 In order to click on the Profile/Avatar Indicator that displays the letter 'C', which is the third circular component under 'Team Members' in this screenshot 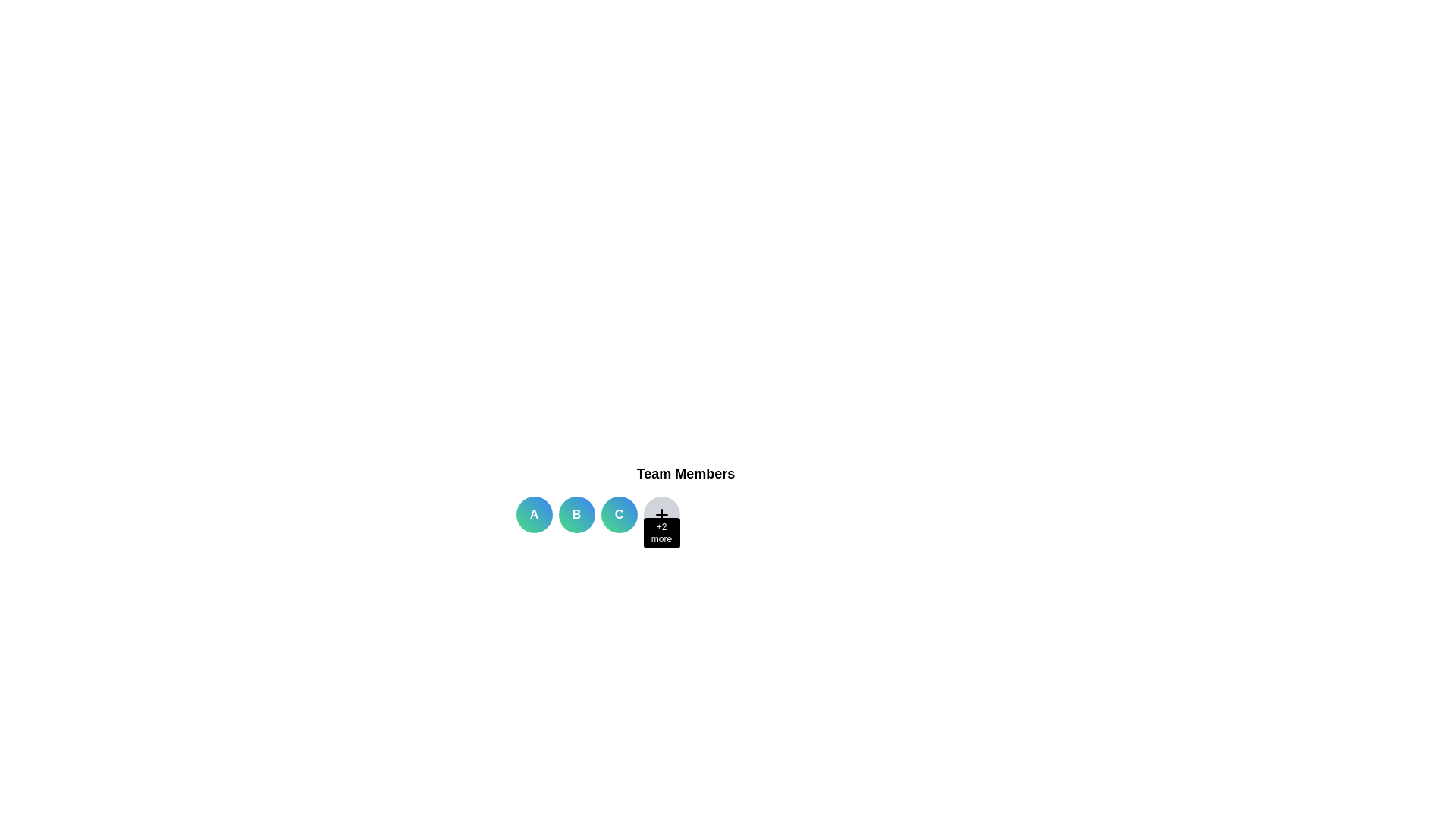, I will do `click(619, 513)`.